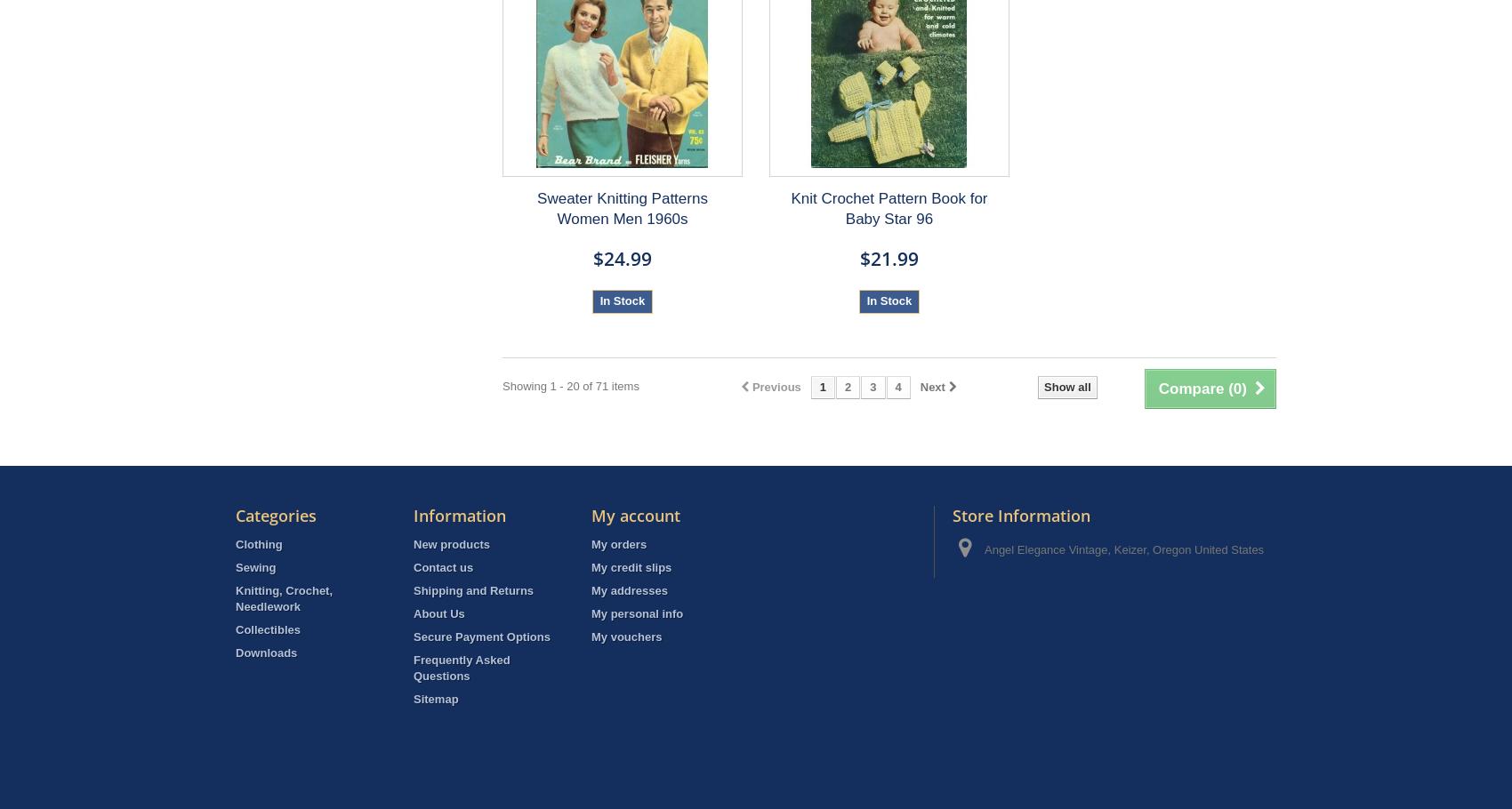 This screenshot has width=1512, height=809. What do you see at coordinates (1243, 388) in the screenshot?
I see `')'` at bounding box center [1243, 388].